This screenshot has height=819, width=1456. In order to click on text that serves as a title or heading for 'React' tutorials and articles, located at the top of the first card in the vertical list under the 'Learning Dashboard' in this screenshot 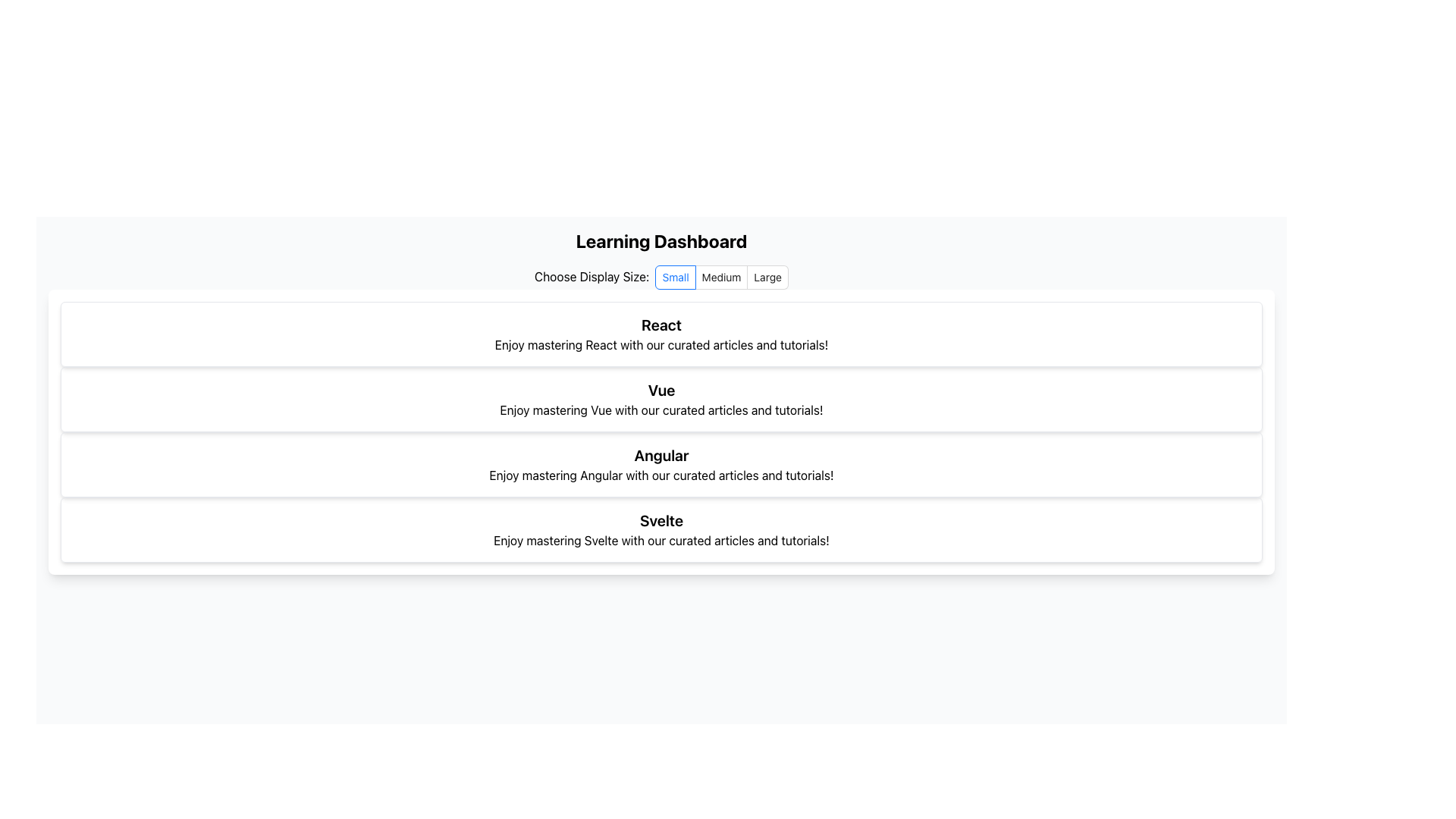, I will do `click(661, 324)`.